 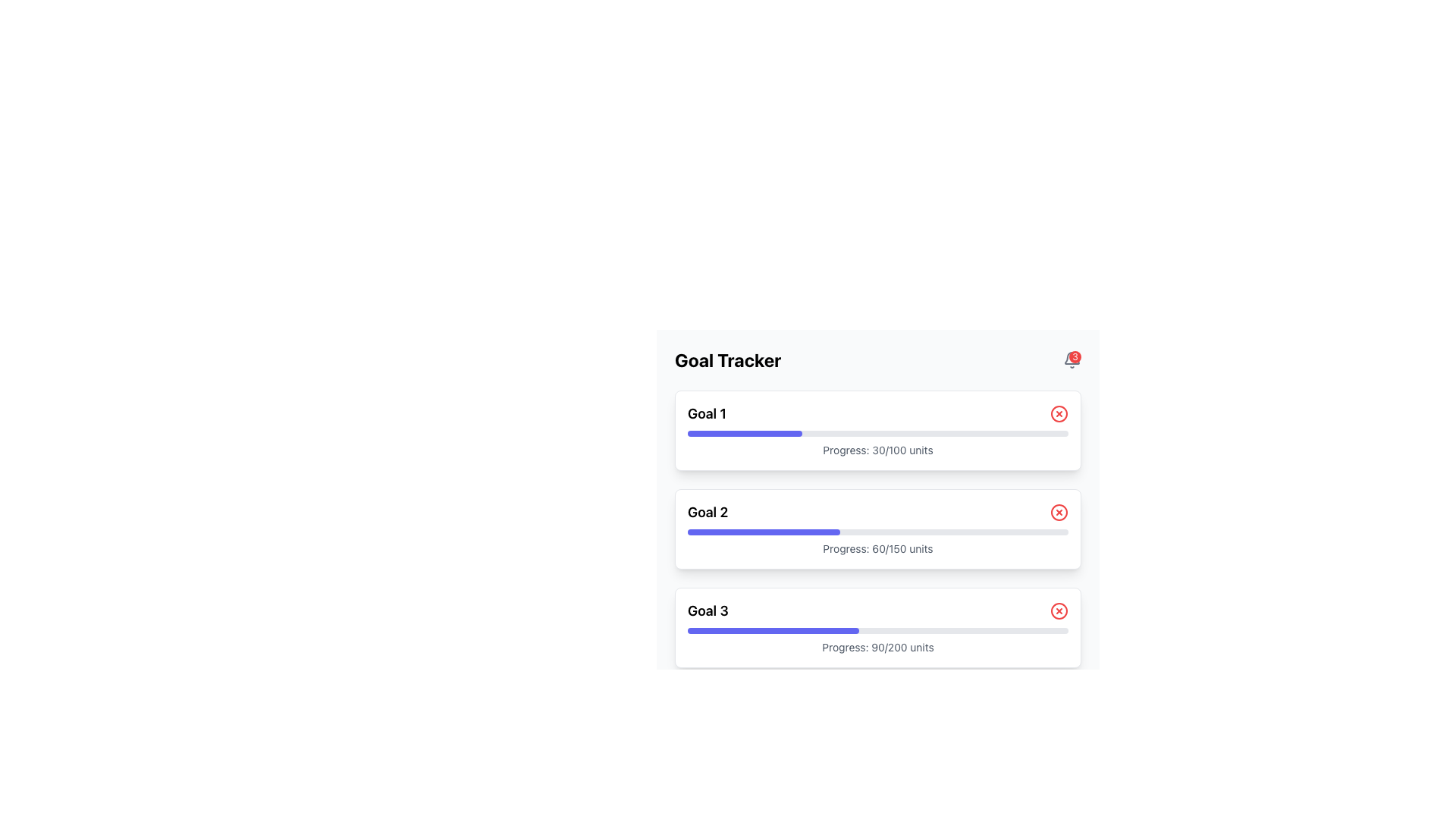 I want to click on the delete or cancel button located in the Goal 3 section, positioned to the far right side, aligned horizontally with the 'Goal 3' label, so click(x=1058, y=610).